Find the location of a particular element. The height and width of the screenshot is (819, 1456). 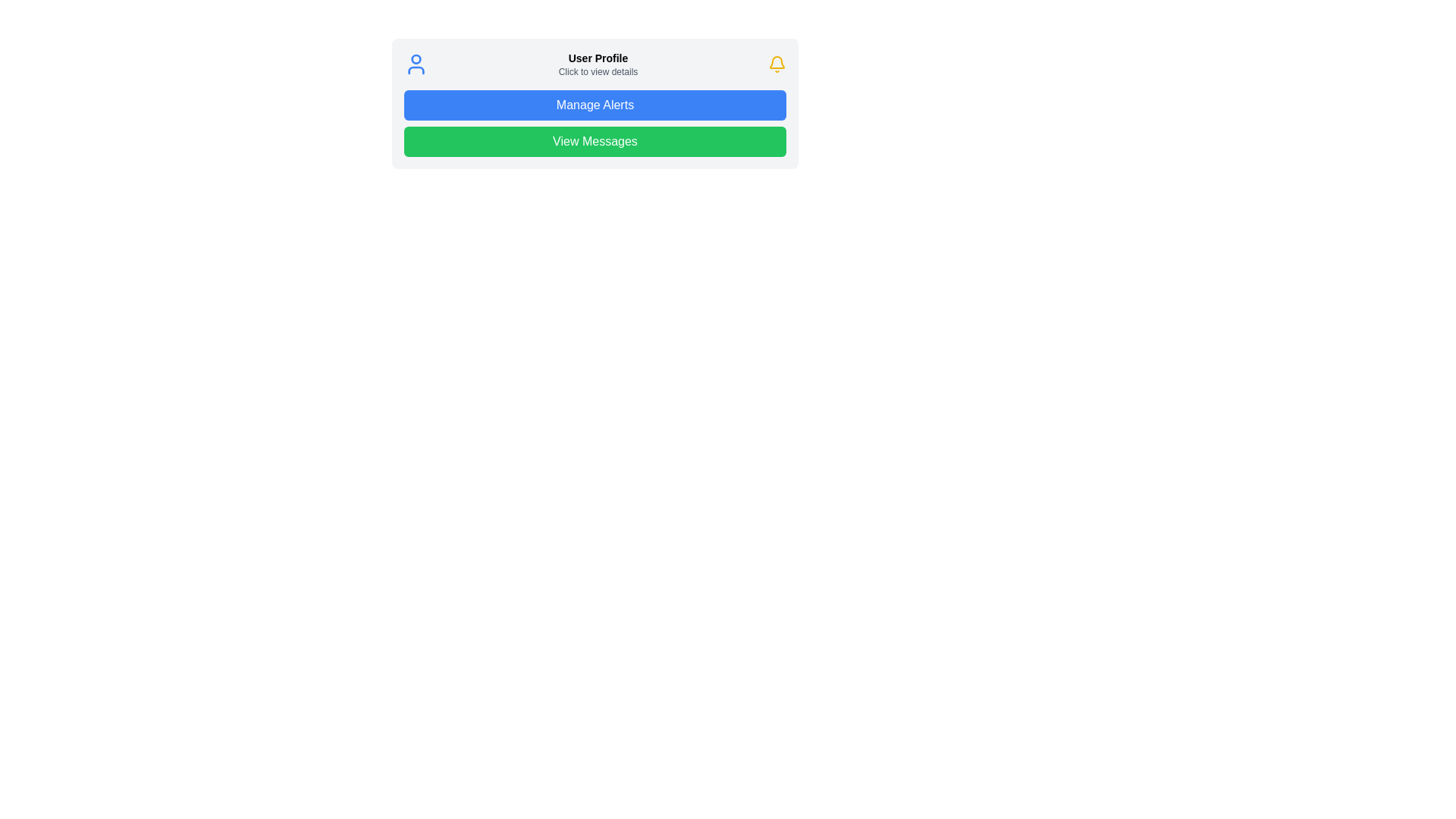

the green rectangular button labeled 'View Messages' is located at coordinates (595, 141).